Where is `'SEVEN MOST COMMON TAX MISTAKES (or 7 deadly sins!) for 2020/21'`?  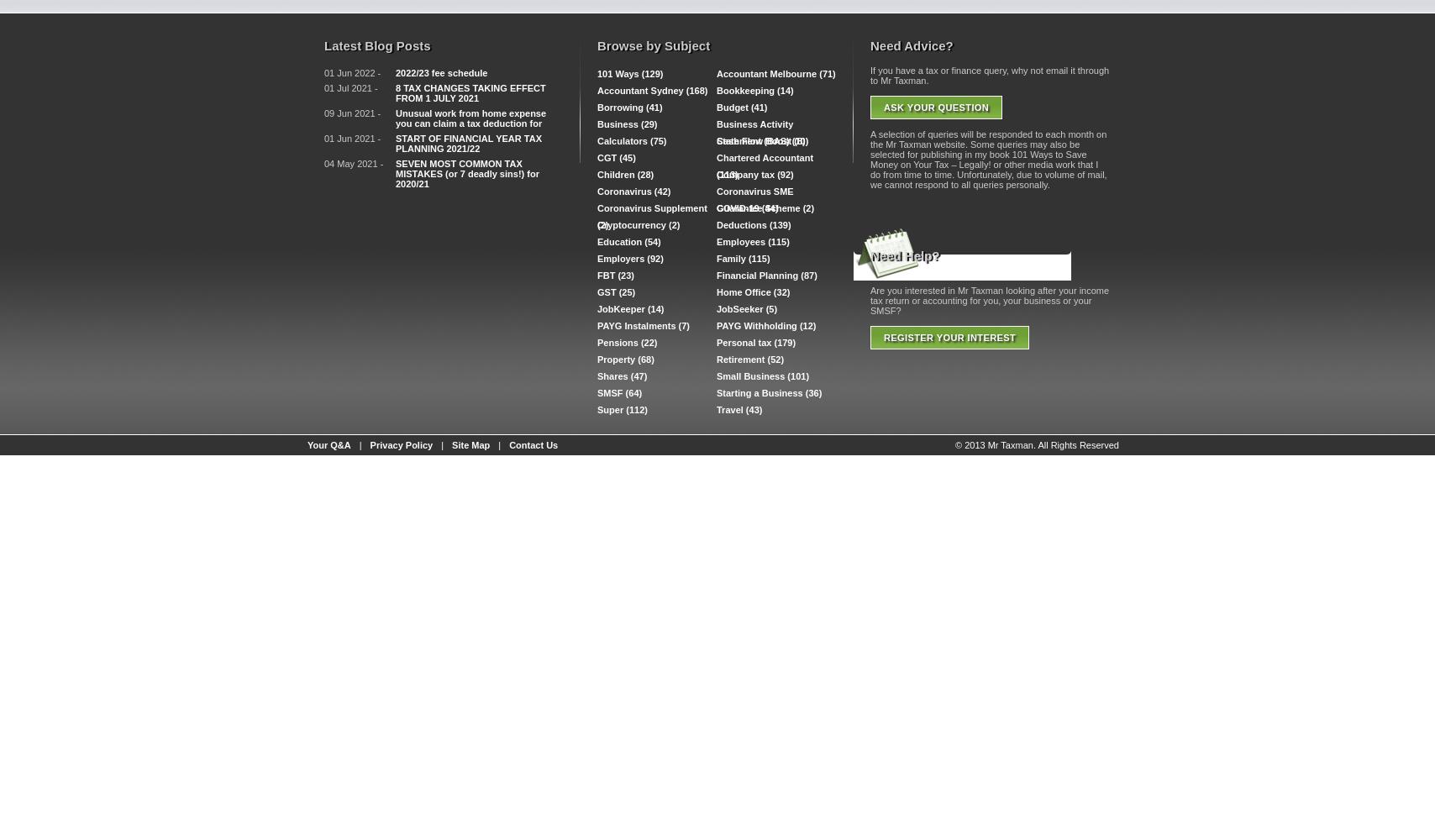 'SEVEN MOST COMMON TAX MISTAKES (or 7 deadly sins!) for 2020/21' is located at coordinates (466, 173).